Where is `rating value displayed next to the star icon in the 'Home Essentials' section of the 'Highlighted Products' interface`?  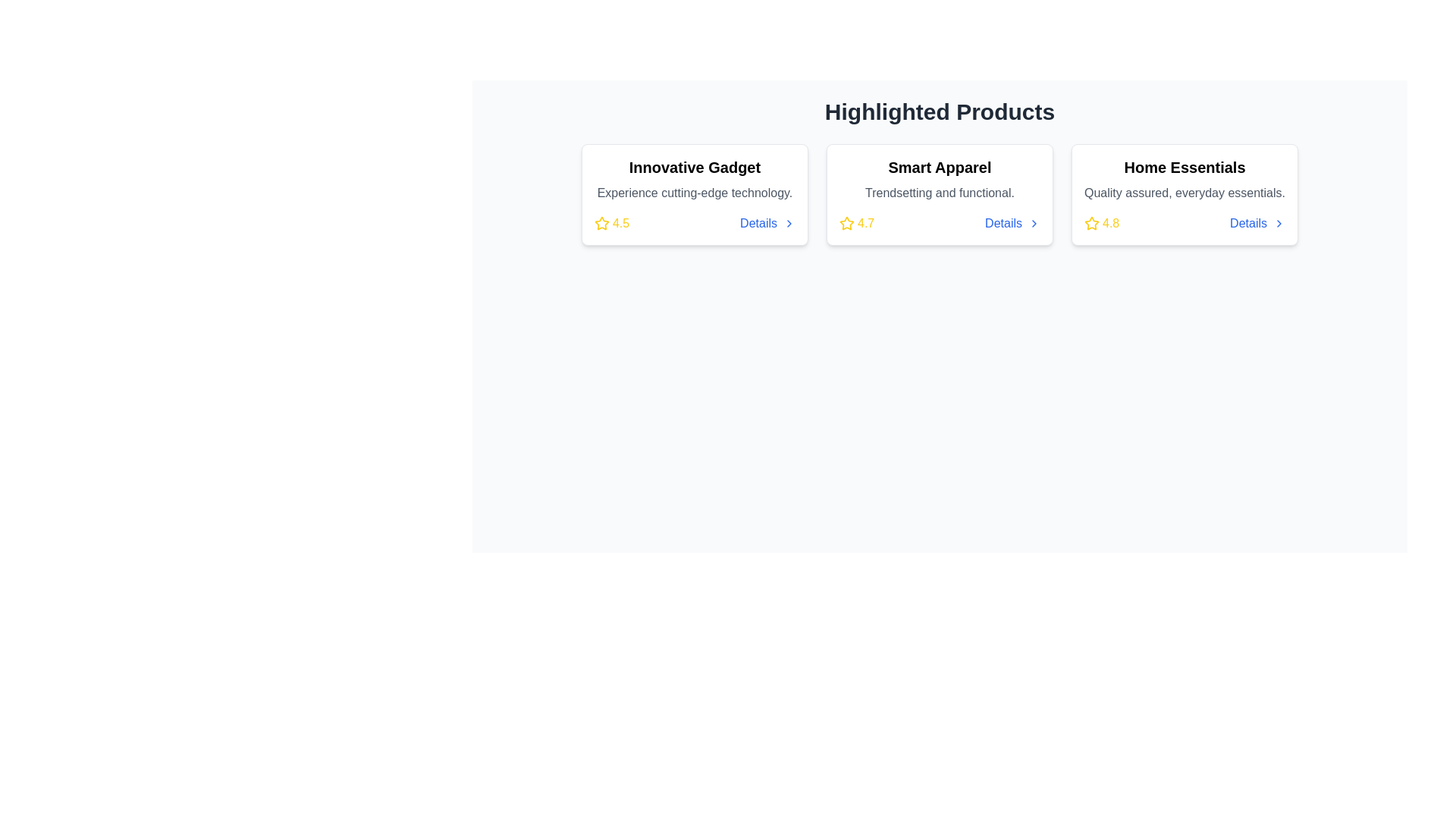 rating value displayed next to the star icon in the 'Home Essentials' section of the 'Highlighted Products' interface is located at coordinates (1111, 223).